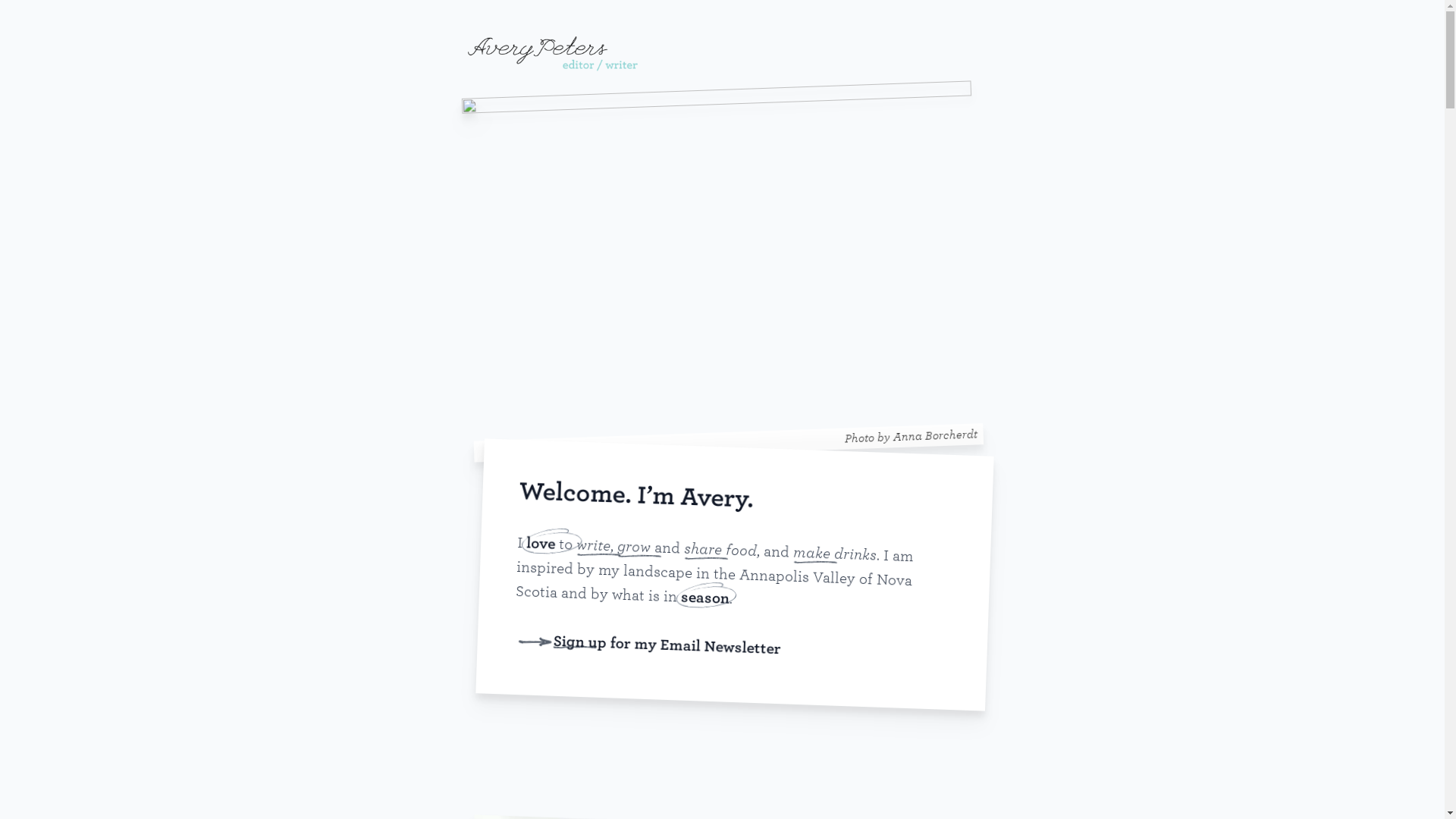  Describe the element at coordinates (666, 641) in the screenshot. I see `'Sign up for my Email Newsletter'` at that location.